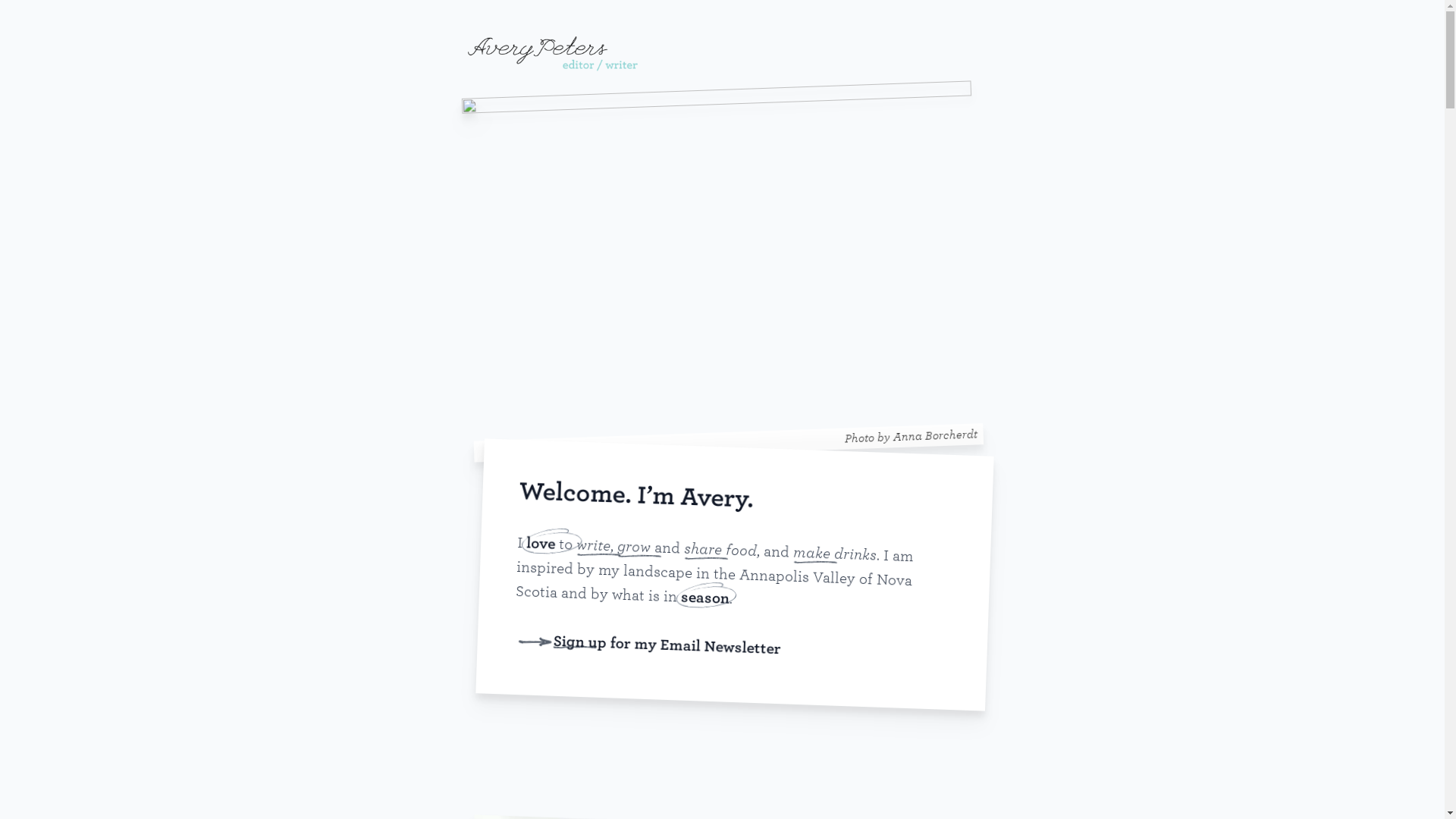  Describe the element at coordinates (666, 641) in the screenshot. I see `'Sign up for my Email Newsletter'` at that location.